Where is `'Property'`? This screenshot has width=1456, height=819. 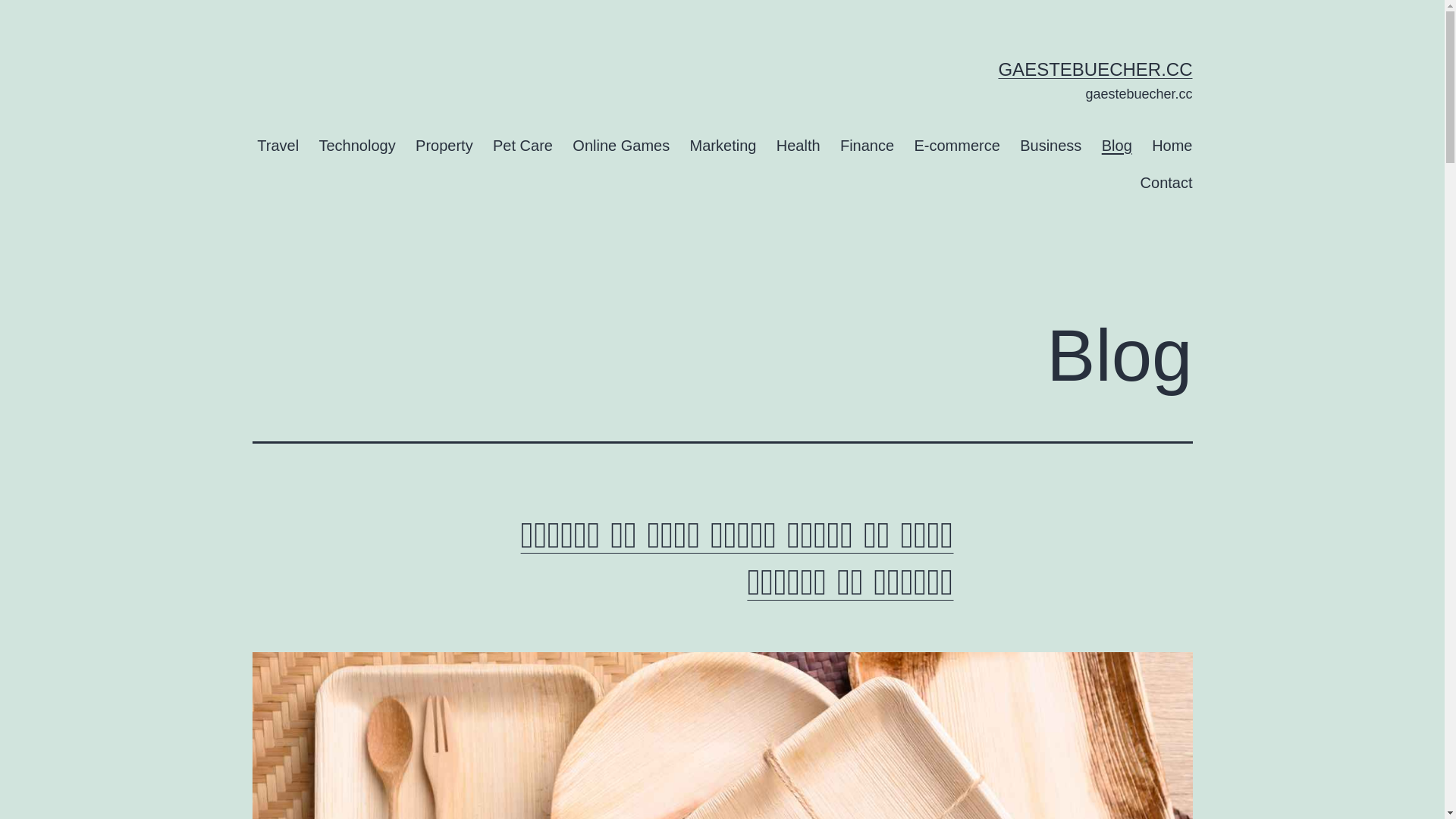 'Property' is located at coordinates (405, 145).